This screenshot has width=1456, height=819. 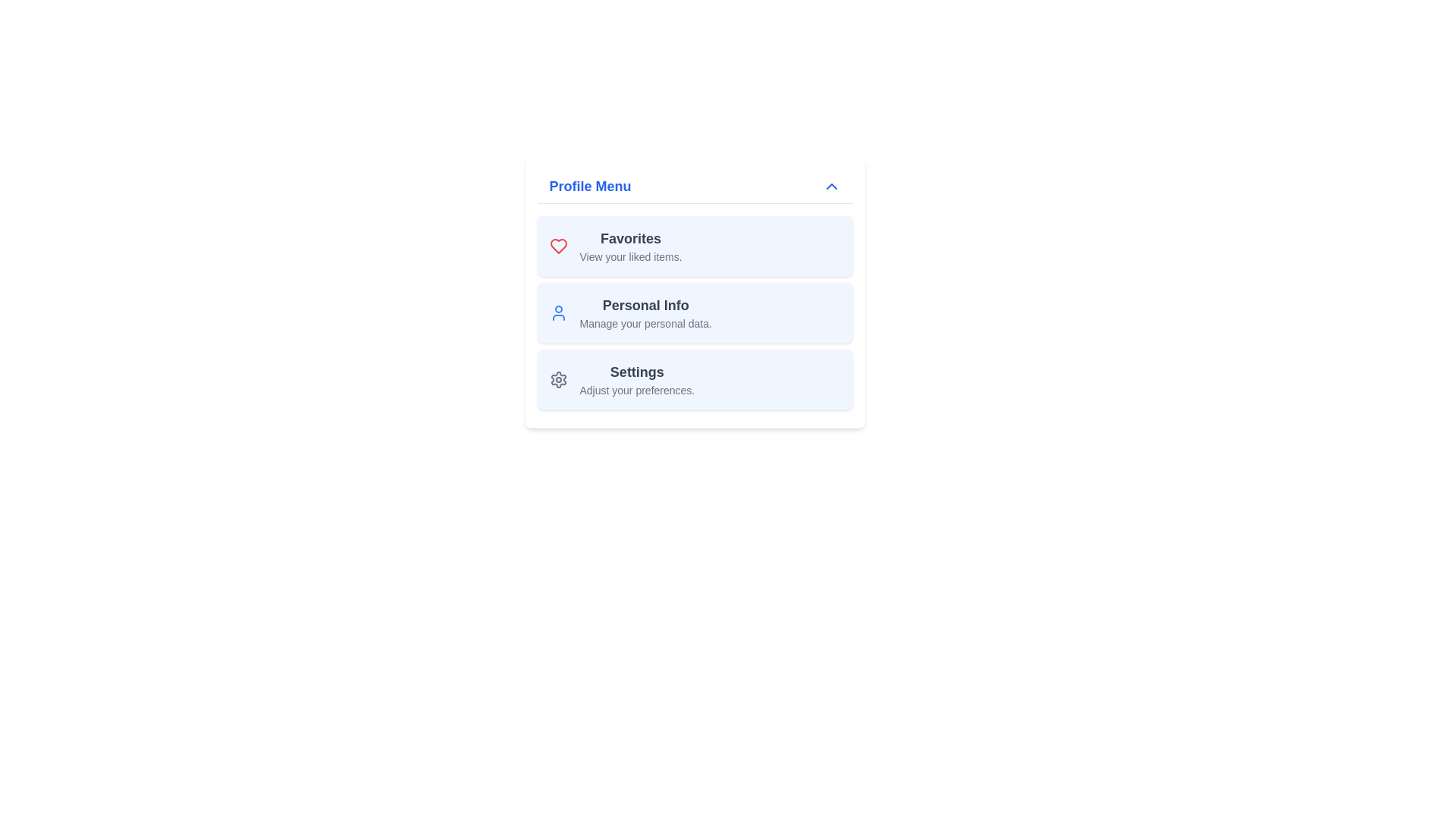 I want to click on descriptive text label located directly below the 'Settings' title in the card-like section, so click(x=637, y=390).